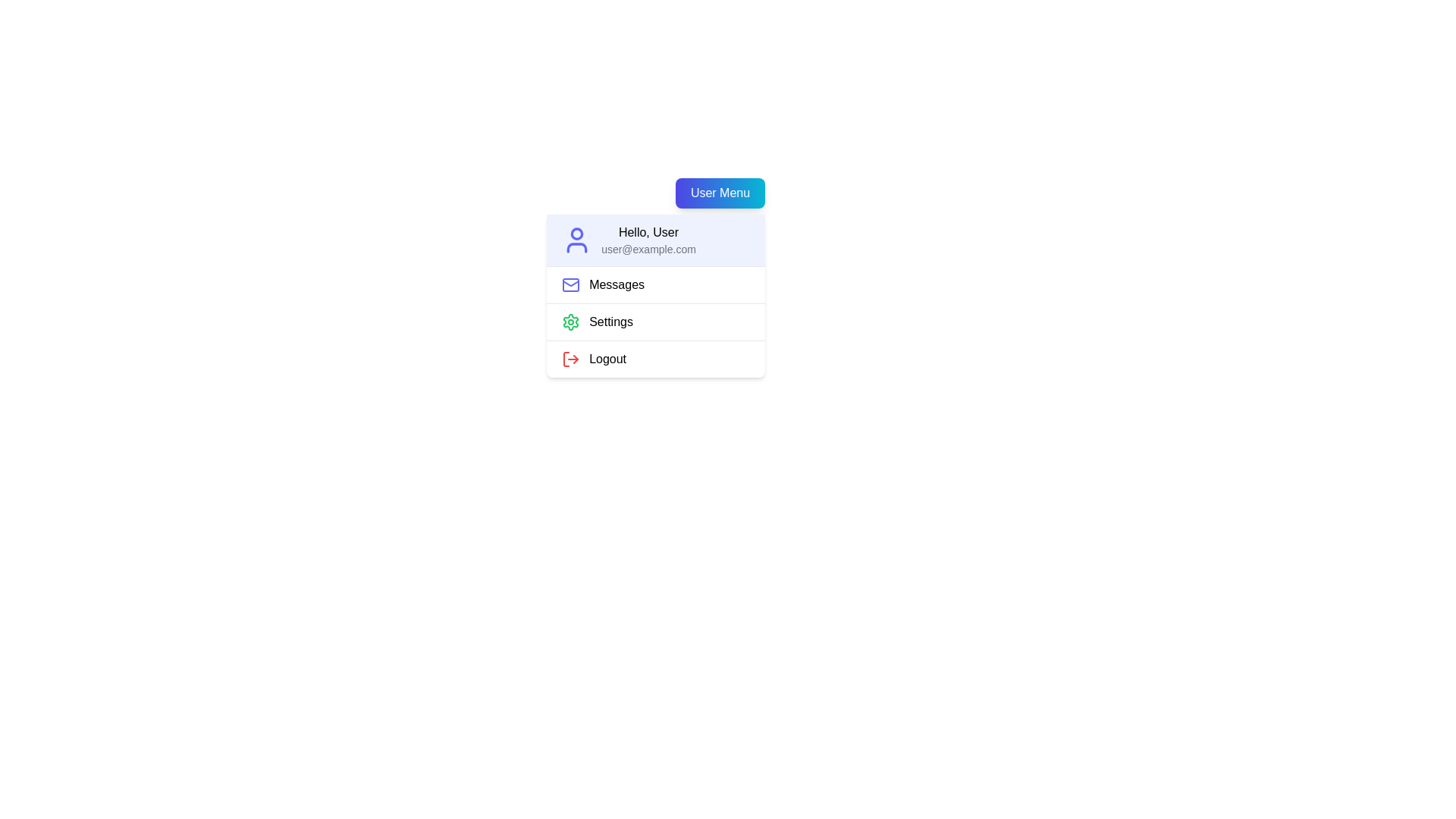 The image size is (1456, 819). Describe the element at coordinates (656, 321) in the screenshot. I see `the menu item Settings` at that location.